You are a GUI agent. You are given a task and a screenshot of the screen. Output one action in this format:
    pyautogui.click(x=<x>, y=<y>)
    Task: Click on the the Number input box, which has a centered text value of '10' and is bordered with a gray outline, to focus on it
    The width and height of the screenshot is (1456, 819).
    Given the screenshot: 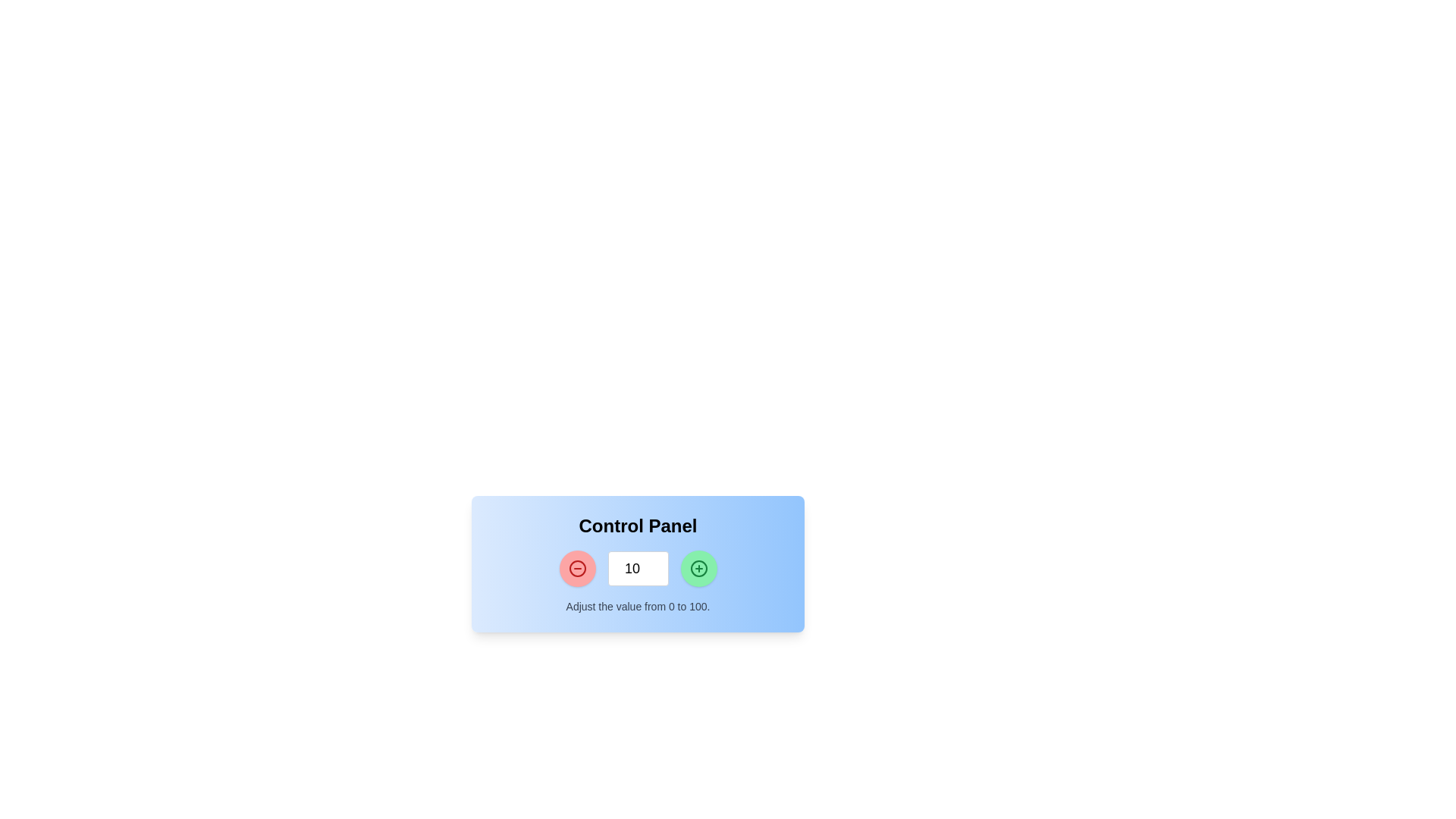 What is the action you would take?
    pyautogui.click(x=638, y=568)
    